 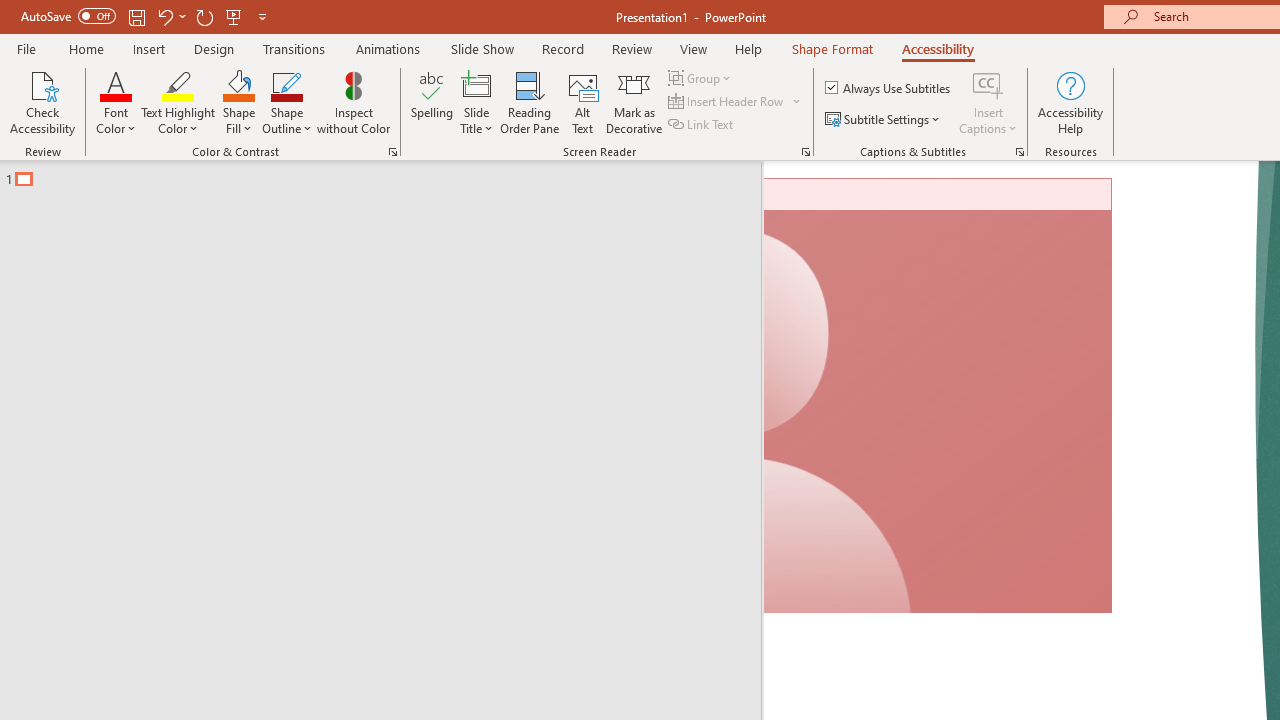 I want to click on 'Shape Fill', so click(x=238, y=103).